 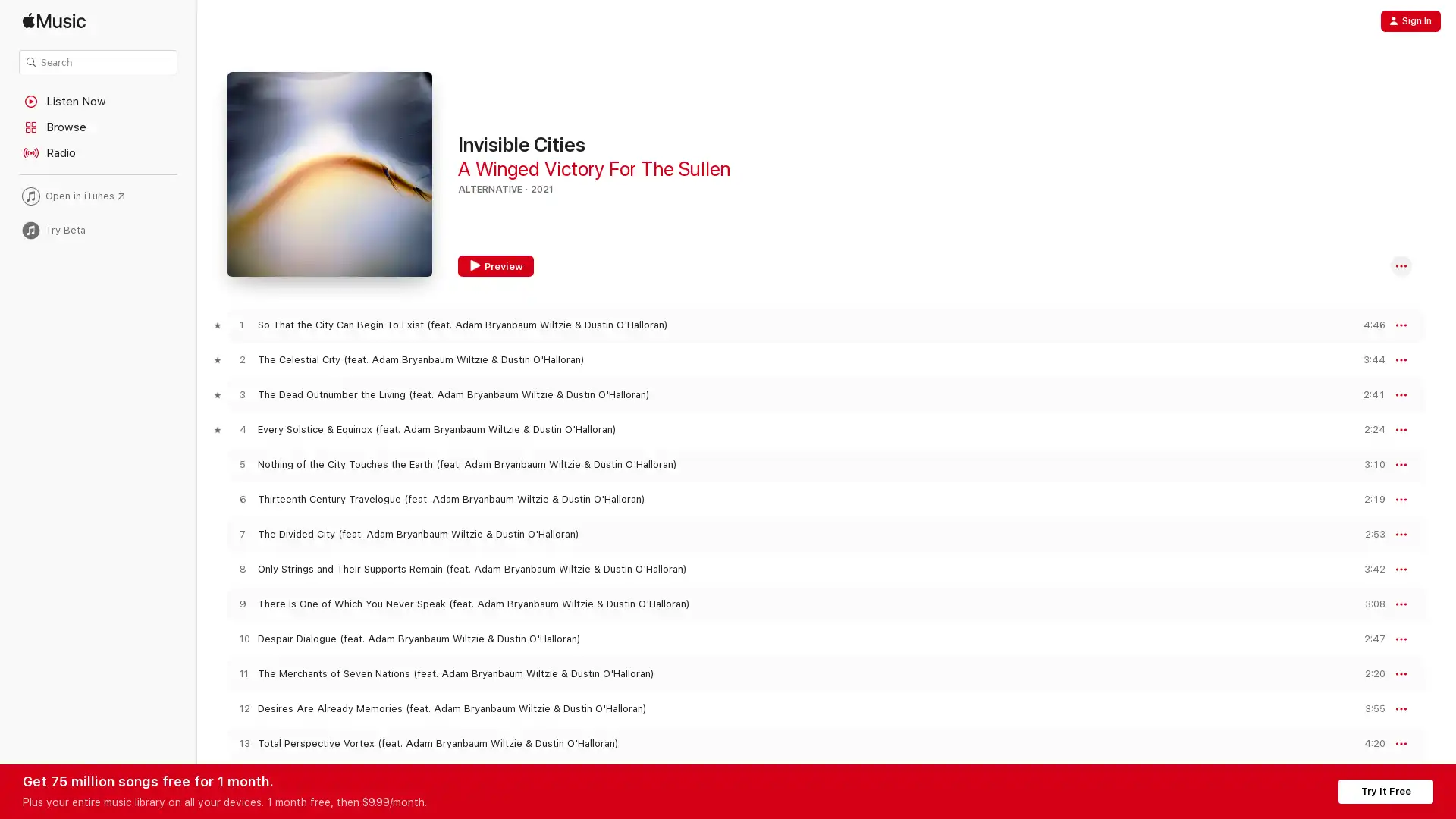 What do you see at coordinates (1410, 20) in the screenshot?
I see `Sign In` at bounding box center [1410, 20].